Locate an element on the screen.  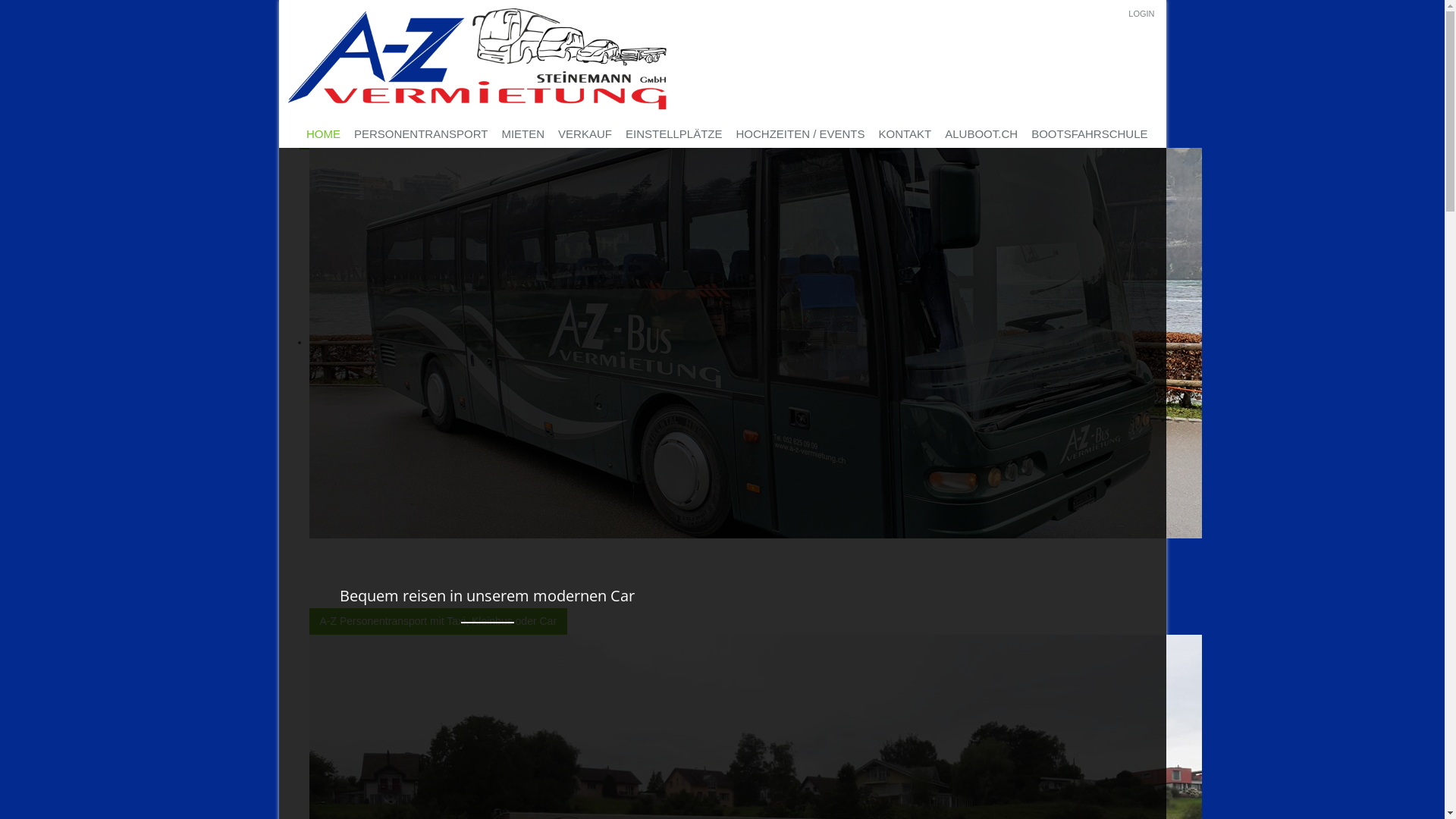
'ALUBOOT.CH' is located at coordinates (937, 133).